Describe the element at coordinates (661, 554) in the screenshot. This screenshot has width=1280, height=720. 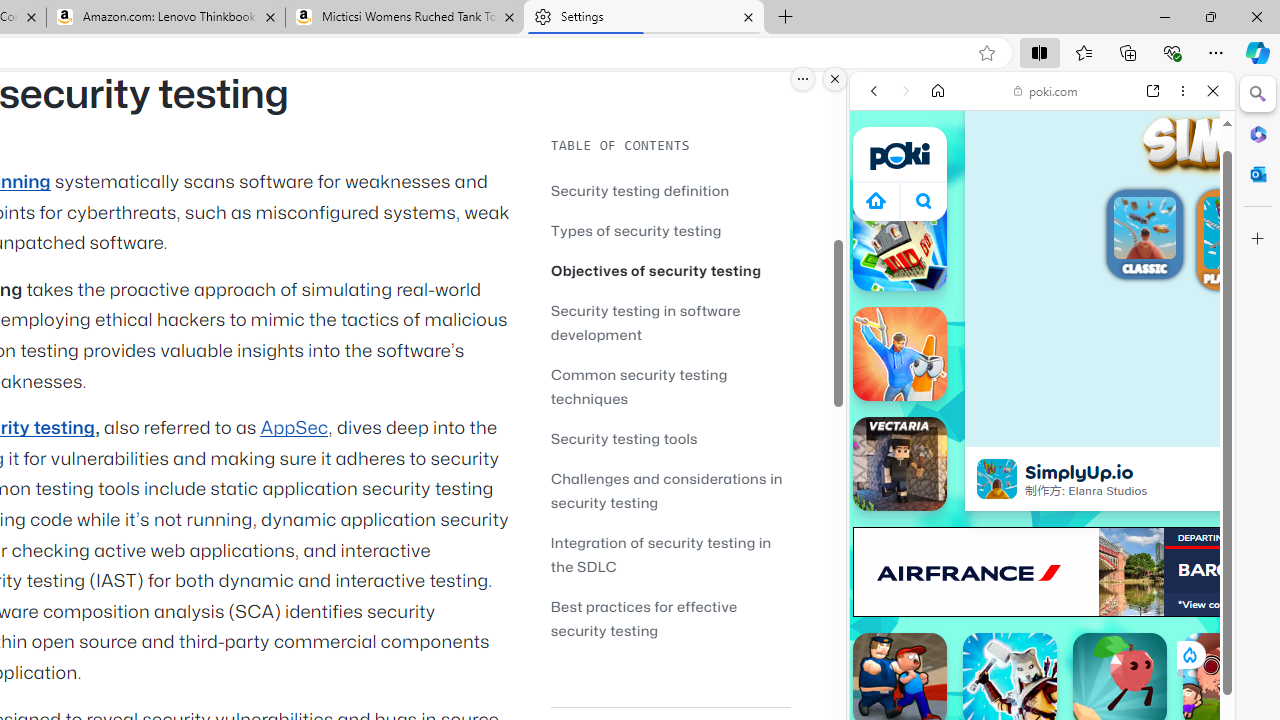
I see `'Integration of security testing in the SDLC'` at that location.